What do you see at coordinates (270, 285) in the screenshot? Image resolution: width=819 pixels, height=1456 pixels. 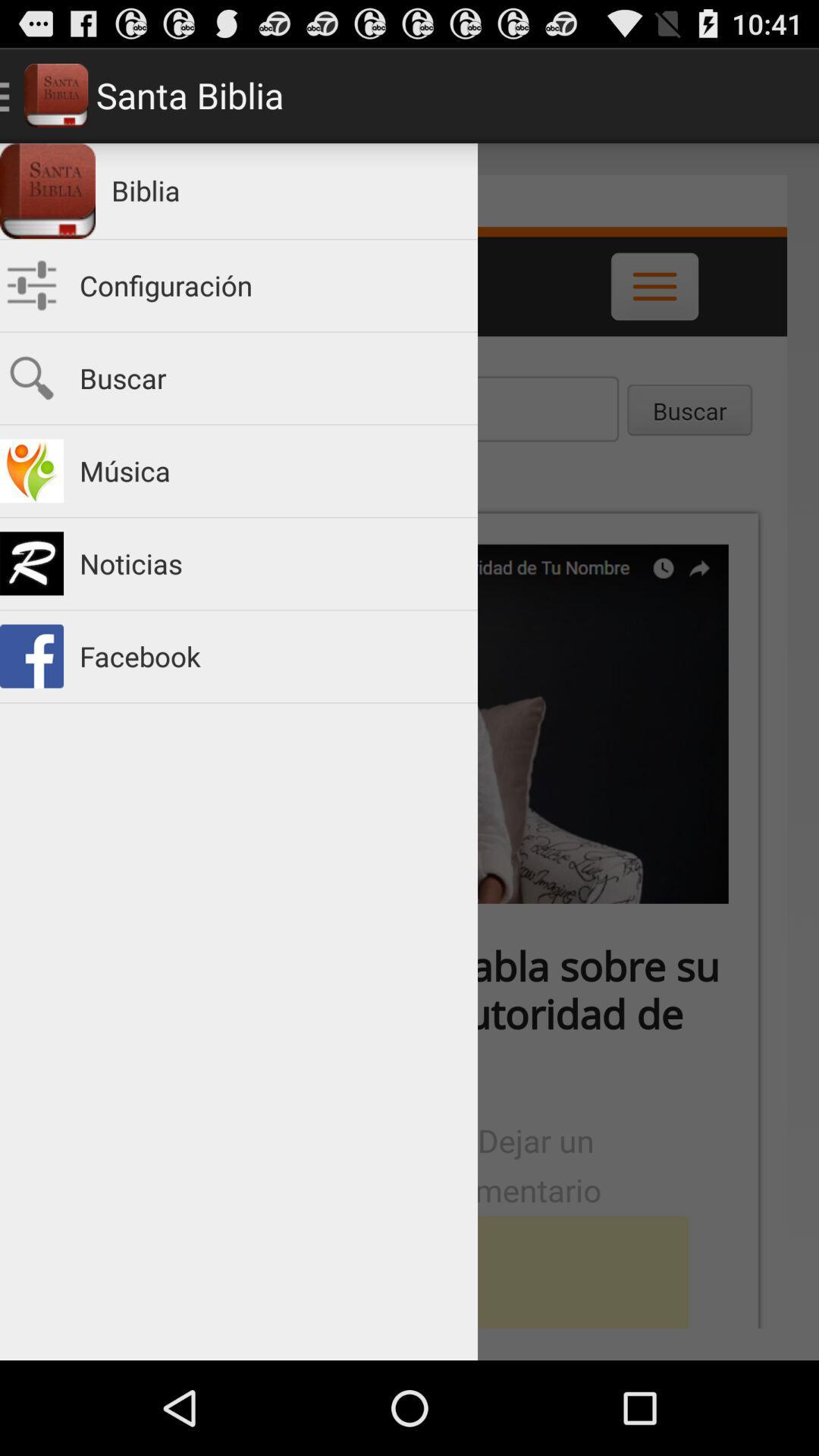 I see `the icon above buscar` at bounding box center [270, 285].